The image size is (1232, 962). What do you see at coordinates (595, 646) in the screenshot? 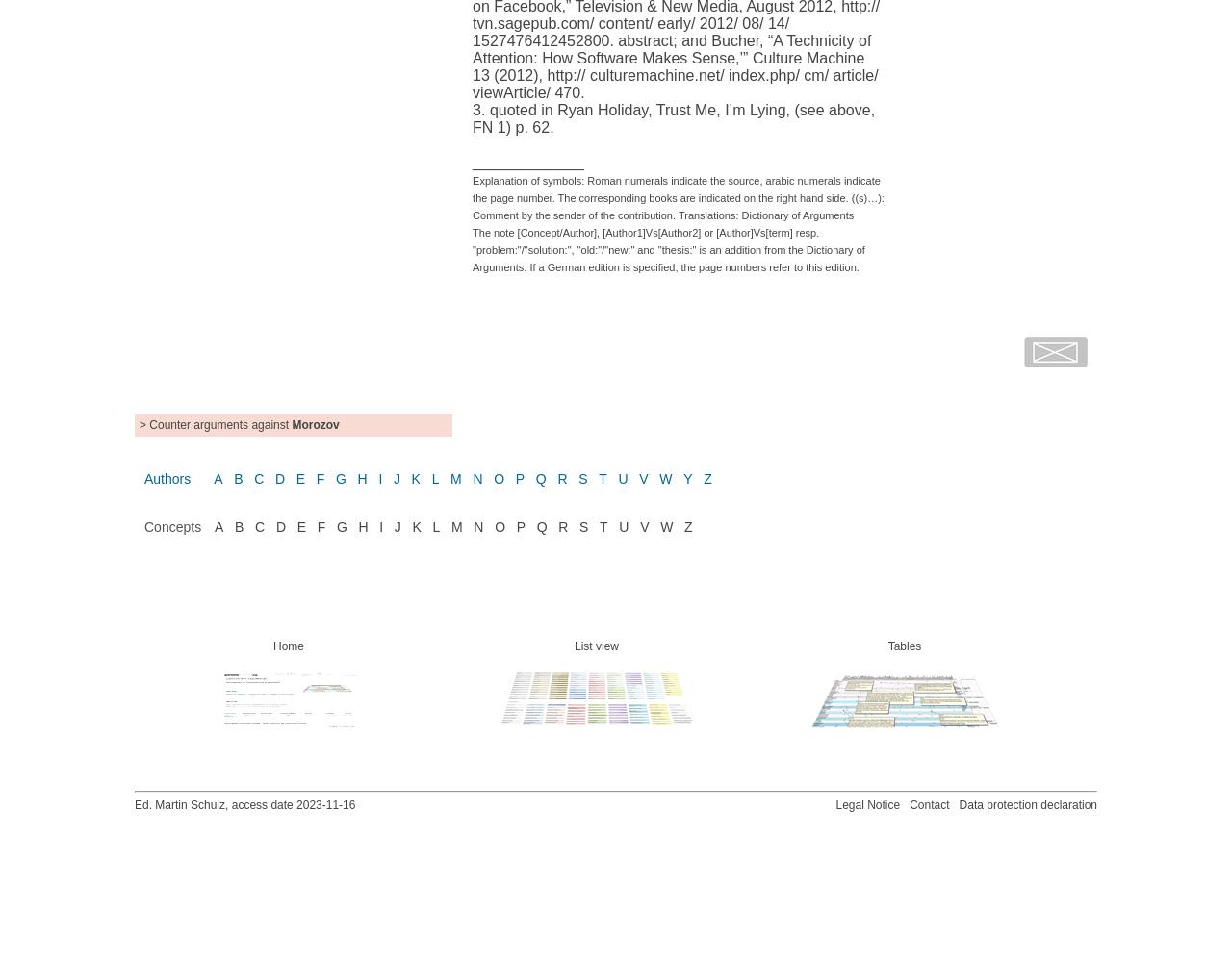
I see `'List view'` at bounding box center [595, 646].